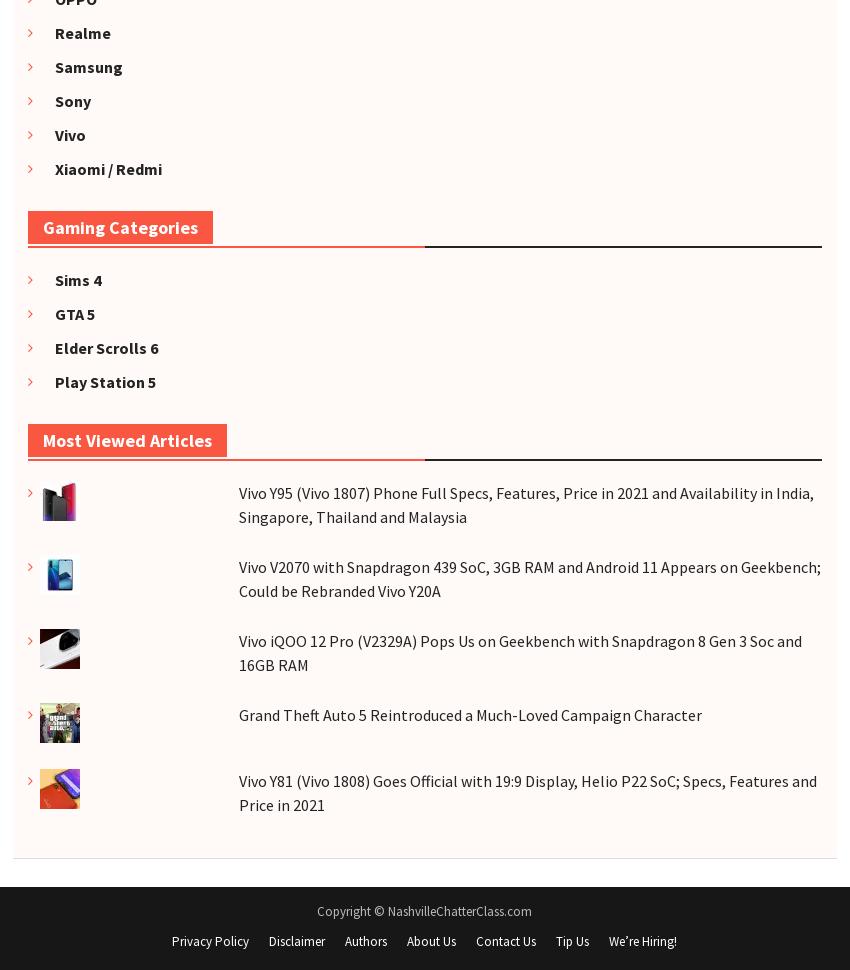 The image size is (850, 970). Describe the element at coordinates (643, 939) in the screenshot. I see `'We’re Hiring!'` at that location.